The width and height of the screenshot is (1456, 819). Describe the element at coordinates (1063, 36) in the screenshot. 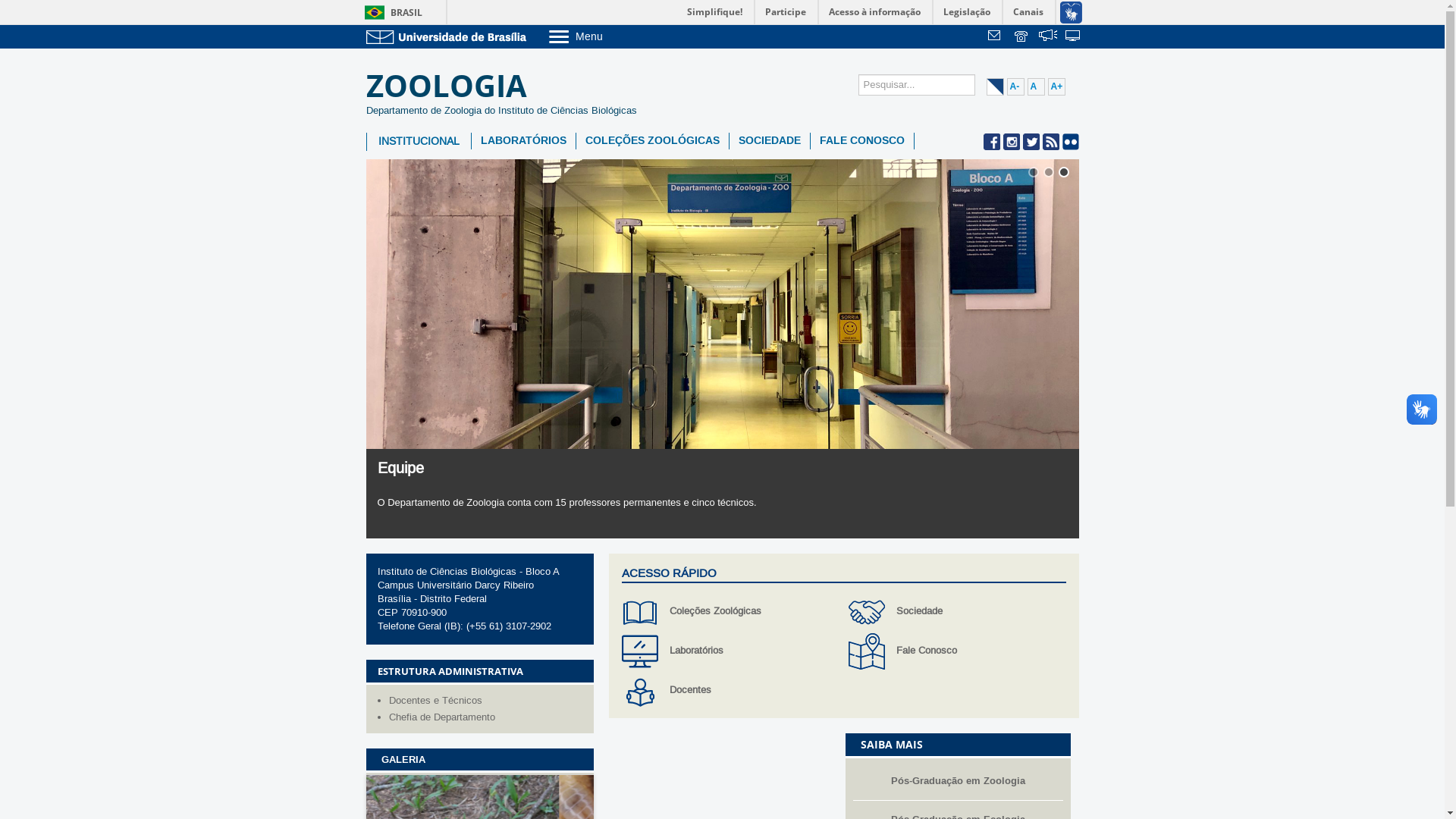

I see `'Sistemas'` at that location.